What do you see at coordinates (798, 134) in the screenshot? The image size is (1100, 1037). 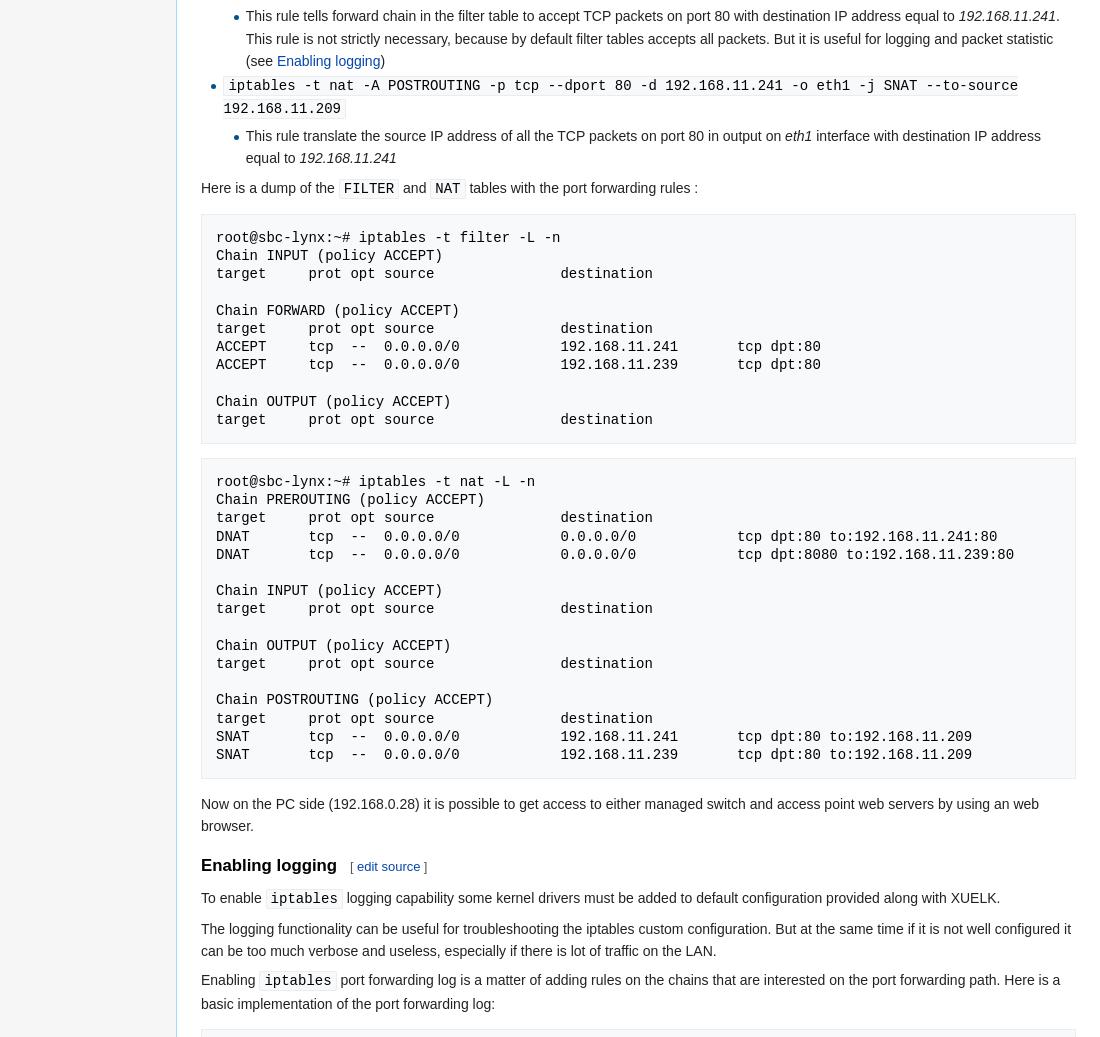 I see `'eth1'` at bounding box center [798, 134].